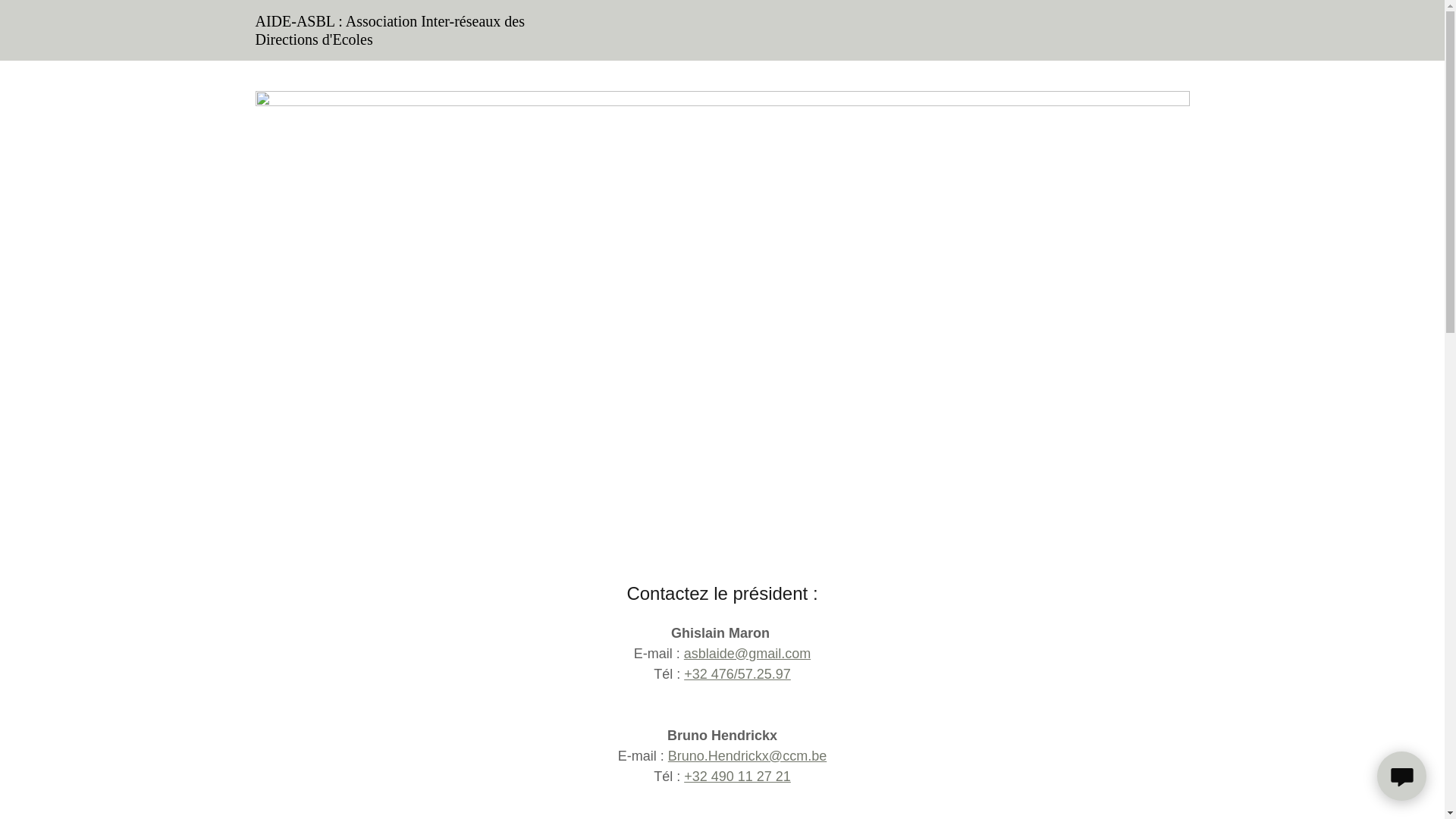  What do you see at coordinates (747, 652) in the screenshot?
I see `'asblaide@gmail.com'` at bounding box center [747, 652].